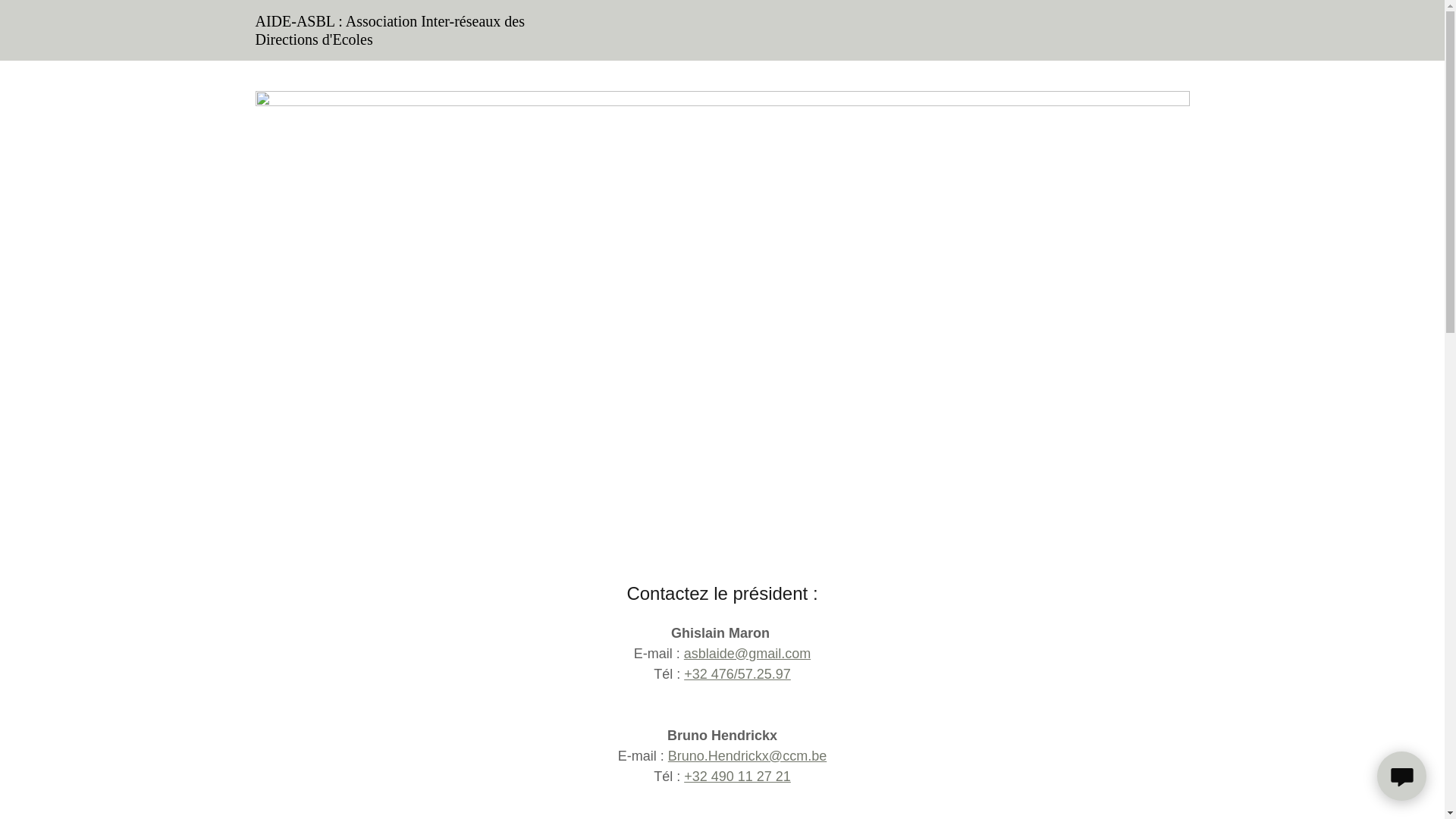  What do you see at coordinates (747, 652) in the screenshot?
I see `'asblaide@gmail.com'` at bounding box center [747, 652].